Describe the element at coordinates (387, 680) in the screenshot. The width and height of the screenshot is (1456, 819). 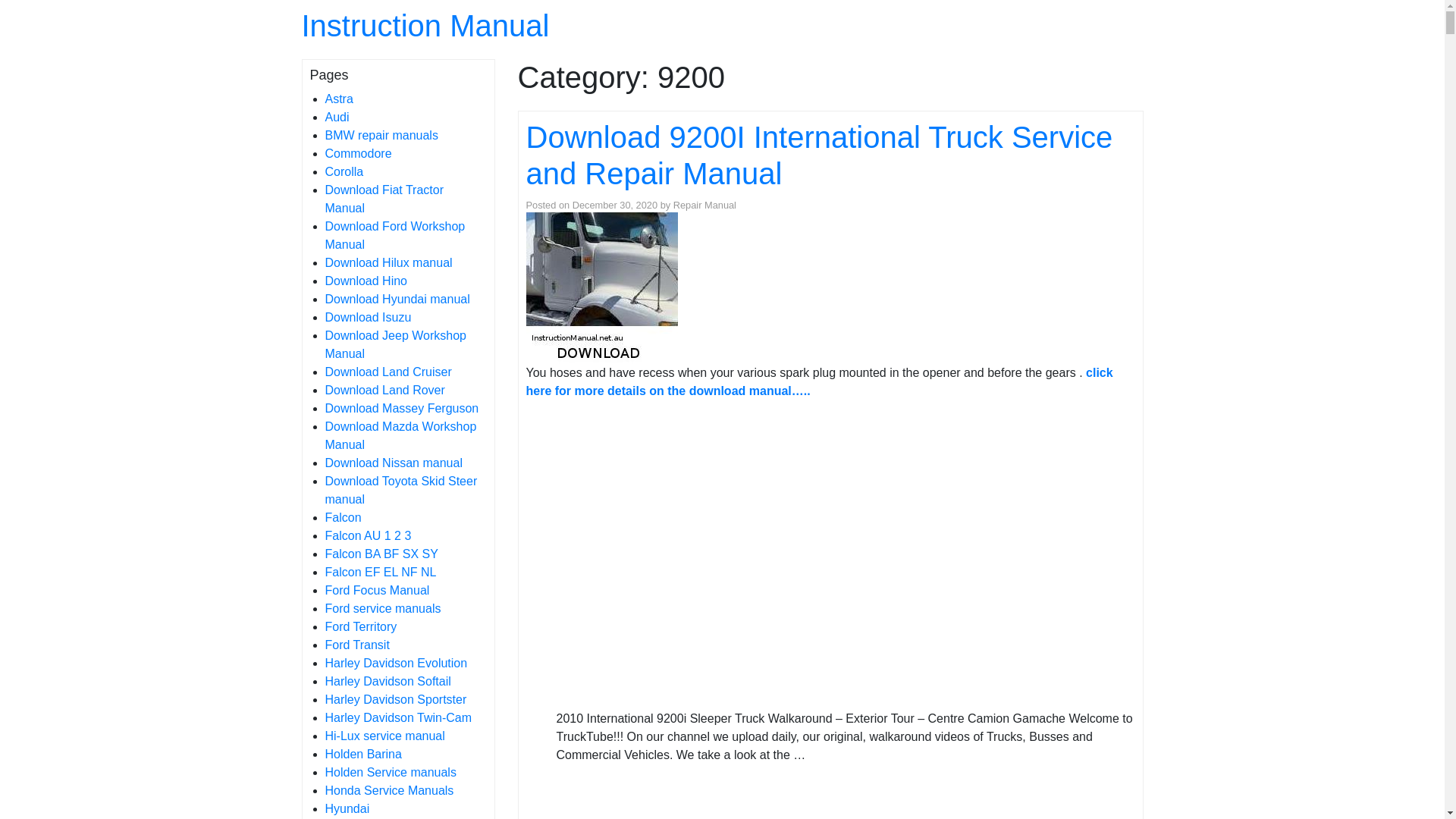
I see `'Harley Davidson Softail'` at that location.